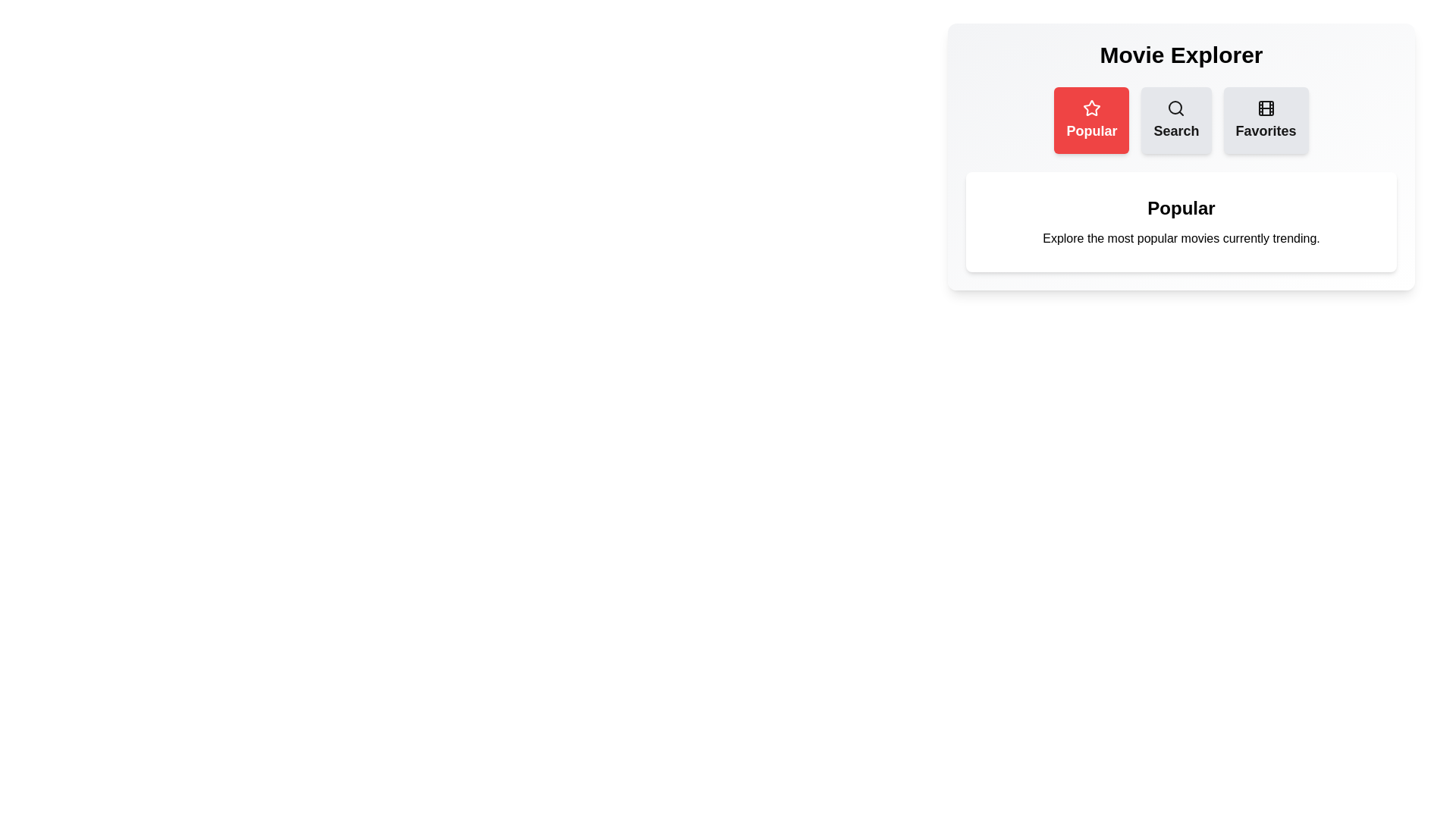 The height and width of the screenshot is (819, 1456). Describe the element at coordinates (1092, 119) in the screenshot. I see `the Popular tab by clicking on its button` at that location.